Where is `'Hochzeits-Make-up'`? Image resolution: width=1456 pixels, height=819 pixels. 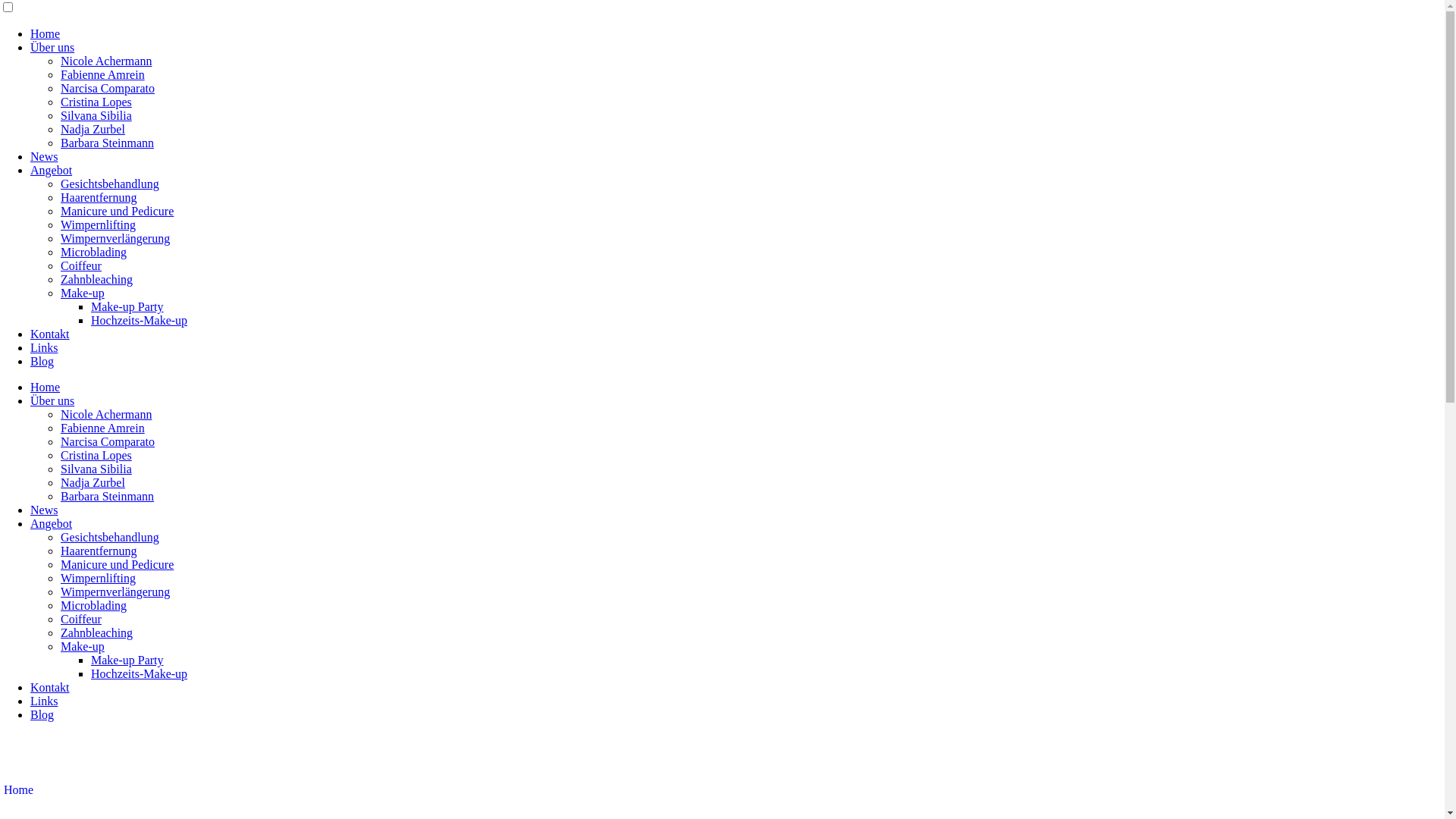
'Hochzeits-Make-up' is located at coordinates (90, 673).